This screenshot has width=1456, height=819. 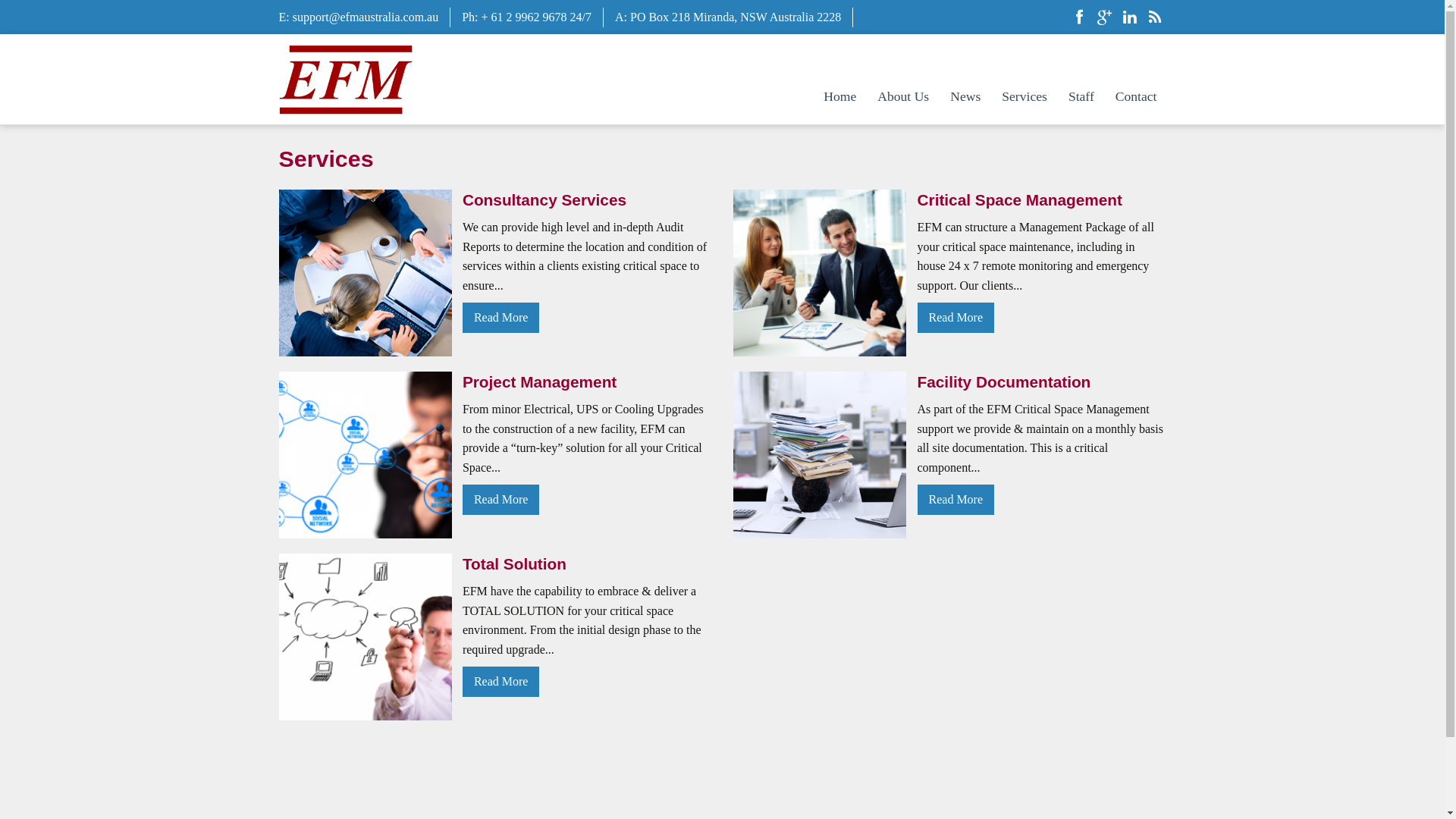 What do you see at coordinates (461, 316) in the screenshot?
I see `'Read More'` at bounding box center [461, 316].